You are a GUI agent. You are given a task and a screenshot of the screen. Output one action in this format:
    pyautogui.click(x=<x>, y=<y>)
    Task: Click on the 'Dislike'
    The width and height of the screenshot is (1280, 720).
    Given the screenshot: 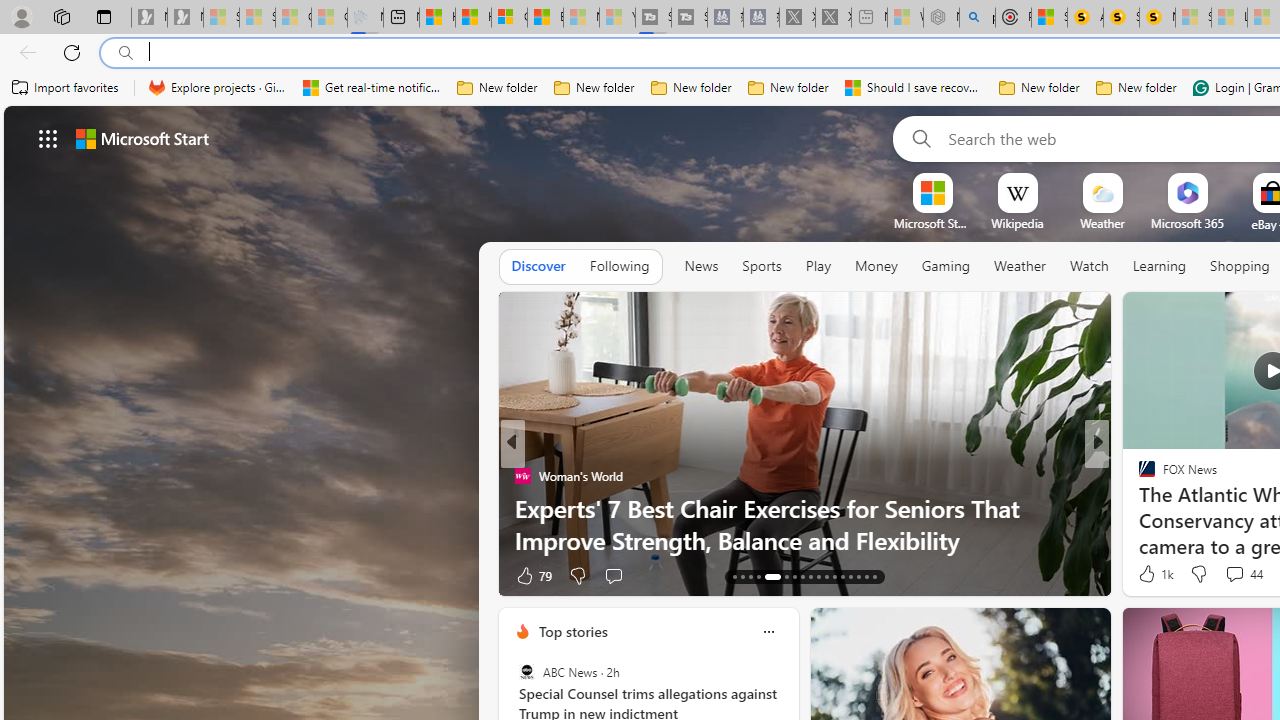 What is the action you would take?
    pyautogui.click(x=1198, y=574)
    